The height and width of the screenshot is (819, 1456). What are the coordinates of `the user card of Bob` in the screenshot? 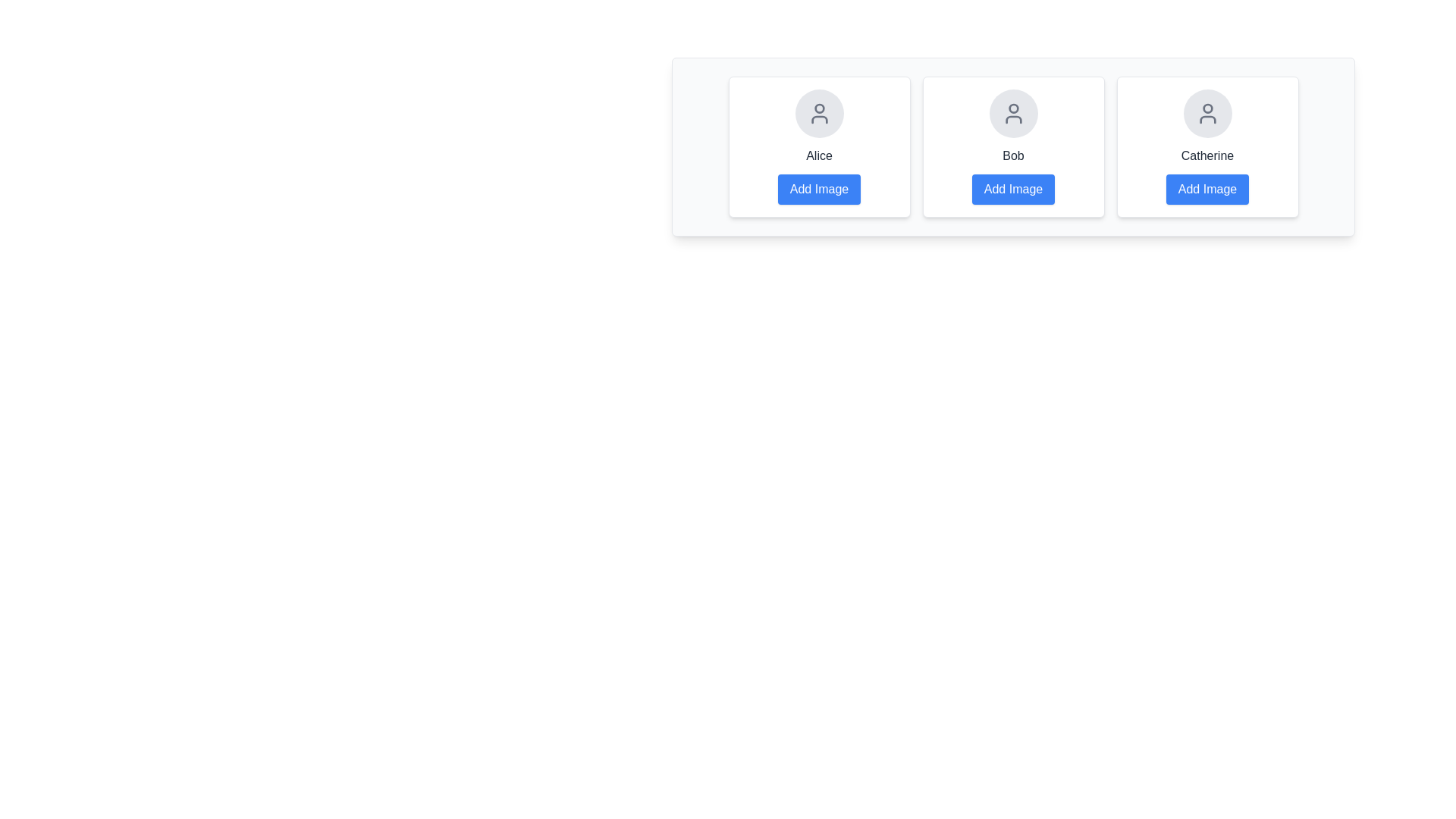 It's located at (1013, 146).